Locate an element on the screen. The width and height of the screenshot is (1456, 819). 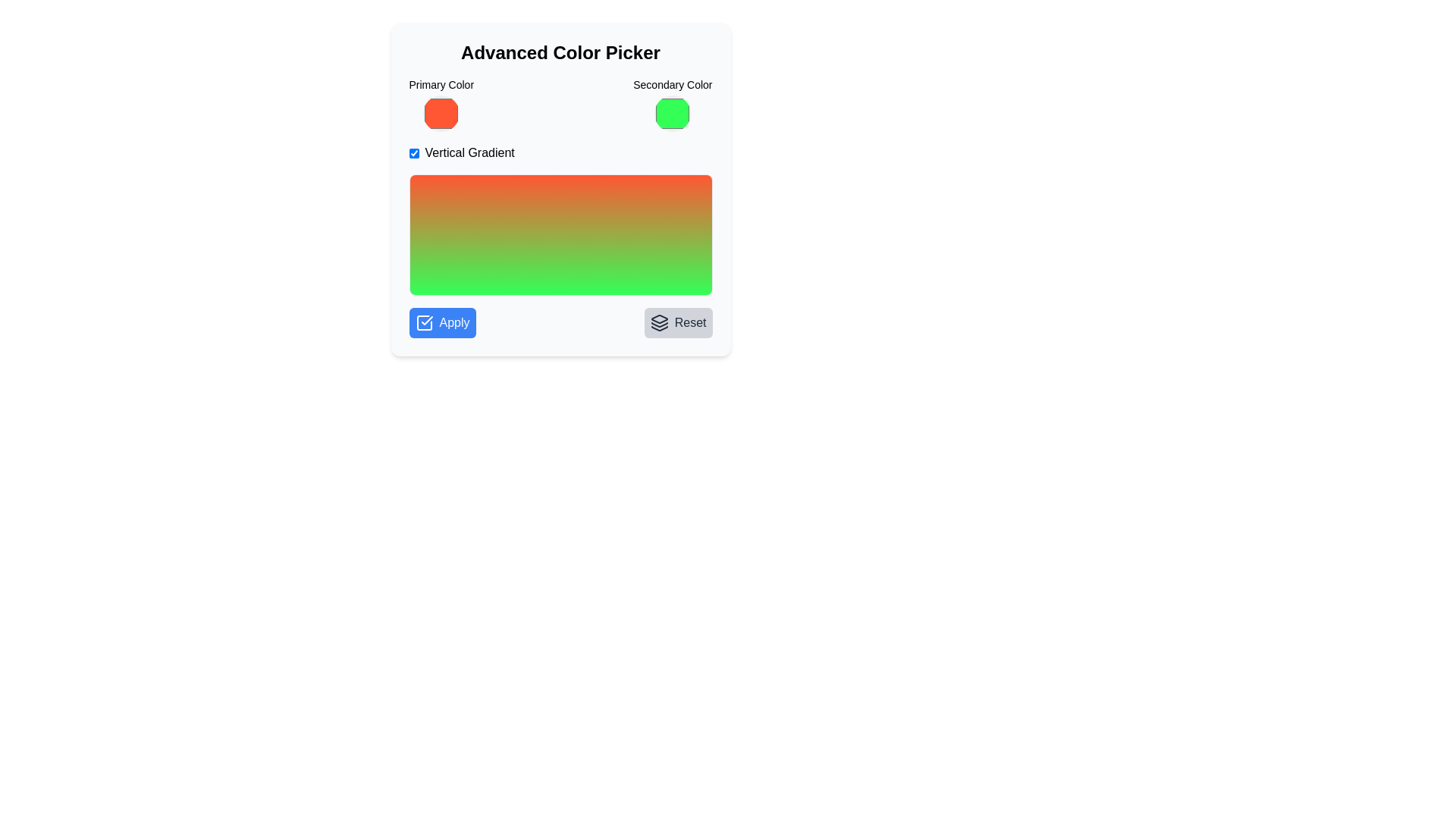
the Text label that indicates the function of the associated color selector, located at the top-left corner of the main color picker interface is located at coordinates (441, 84).